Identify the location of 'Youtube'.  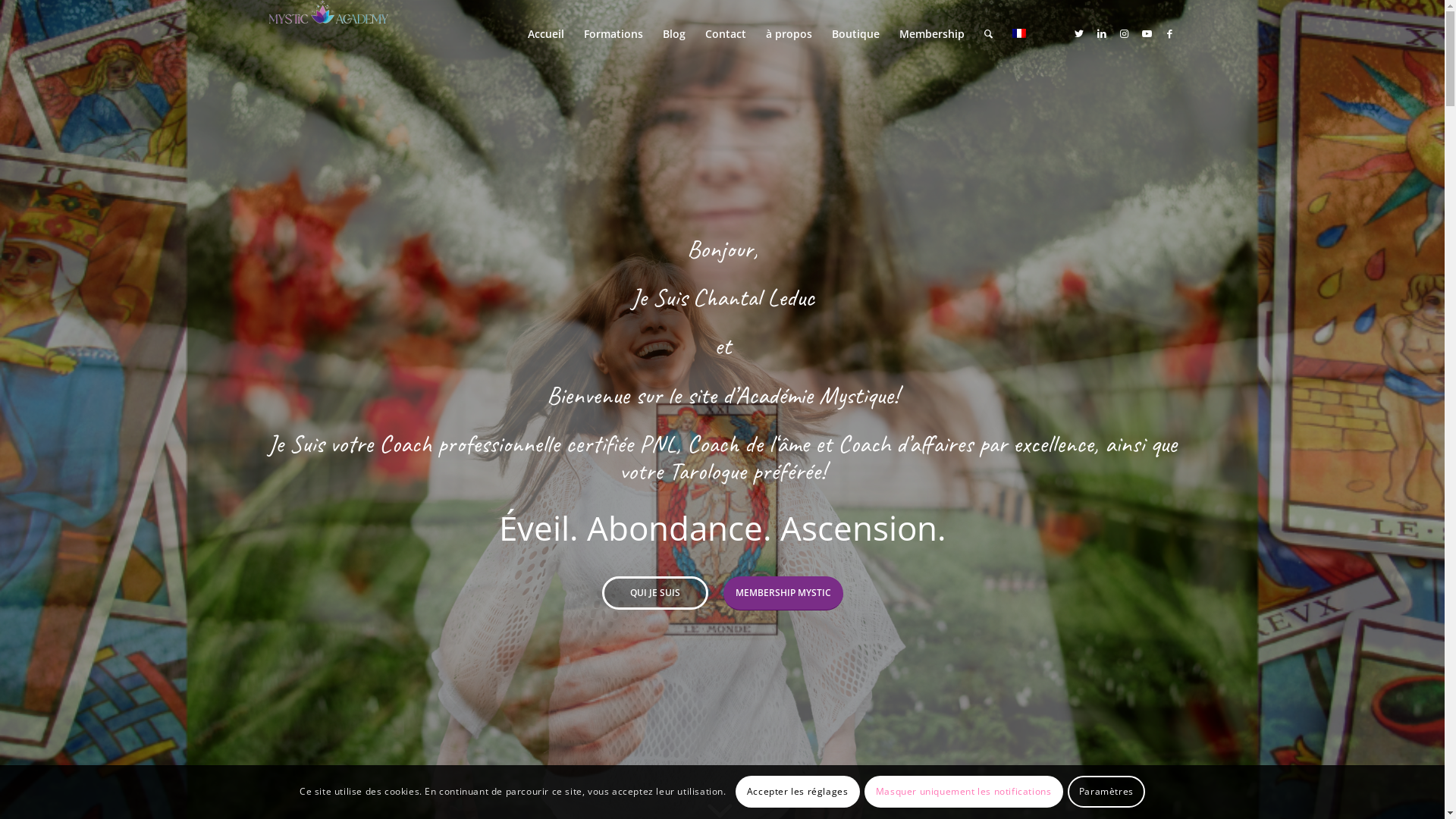
(1147, 33).